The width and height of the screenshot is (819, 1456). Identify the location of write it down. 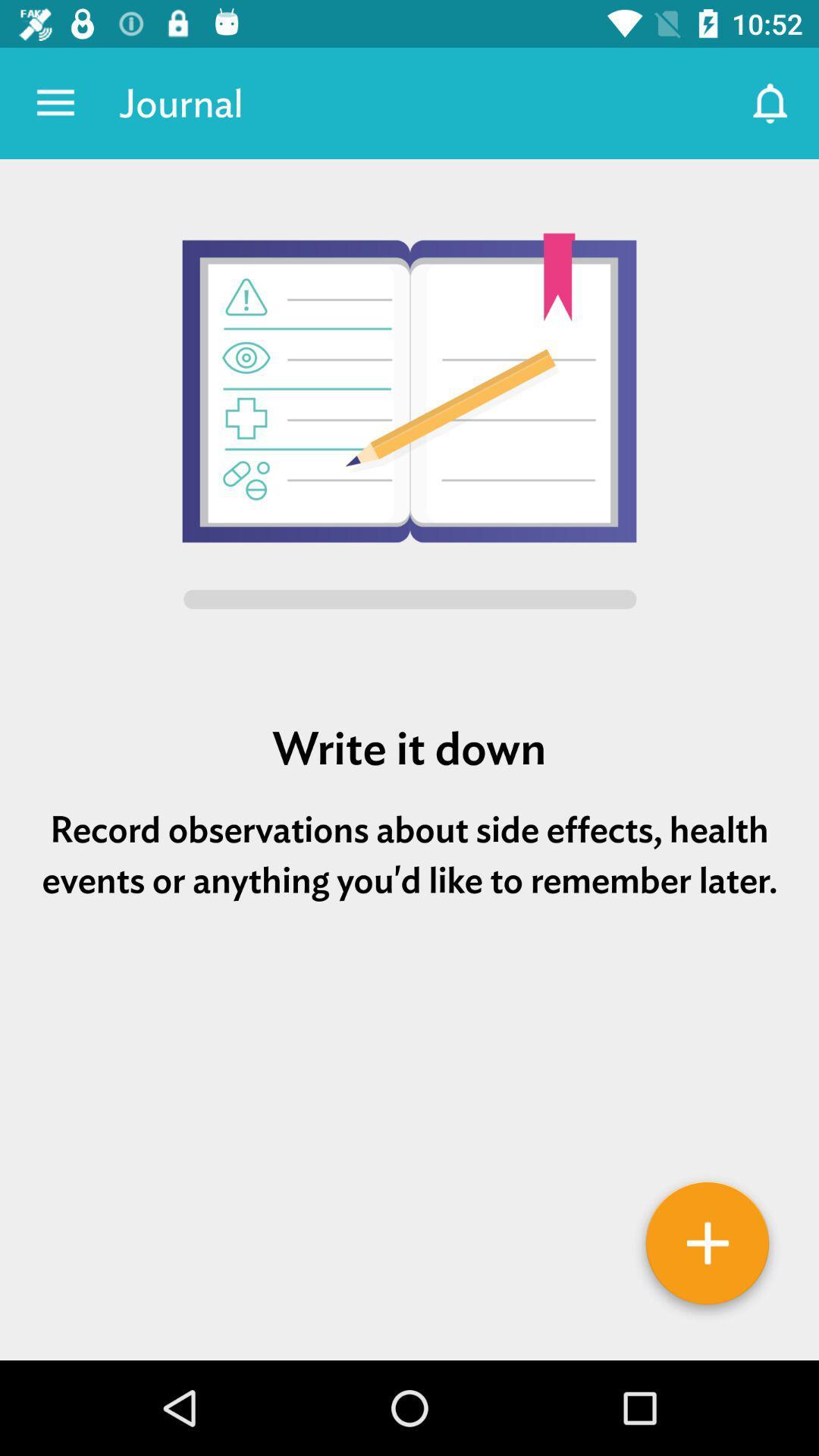
(409, 748).